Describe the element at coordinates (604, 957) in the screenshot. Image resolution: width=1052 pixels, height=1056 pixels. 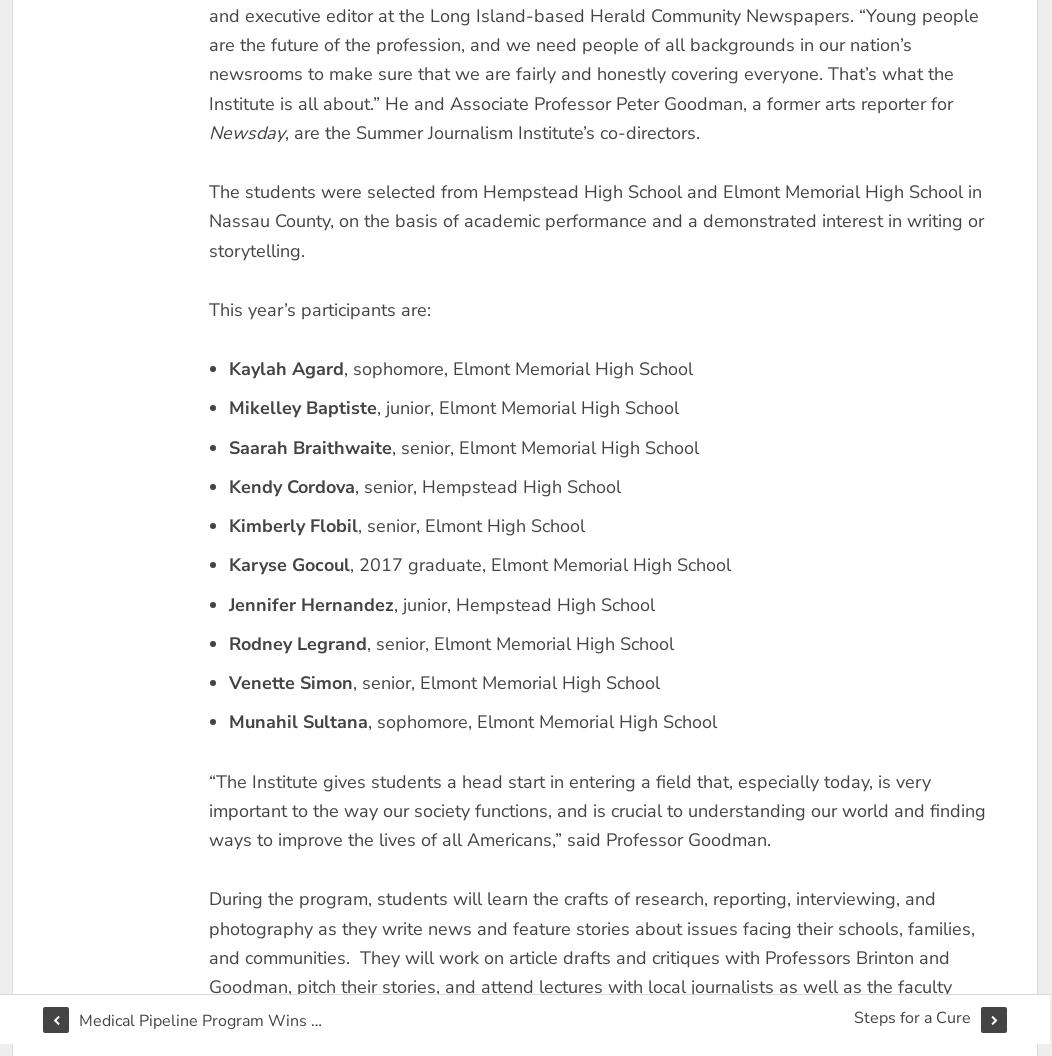
I see `'During the program, students will learn the crafts of research, reporting, interviewing, and photography as they write news and feature stories about issues facing their schools, families, and communities.  They will work on article drafts and critiques with Professors Brinton and Goodman, pitch their stories, and attend lectures with local journalists as well as the faculty from the Herbert School.  A tour of the Herald Community Papers’ editorial offices is also planned.'` at that location.